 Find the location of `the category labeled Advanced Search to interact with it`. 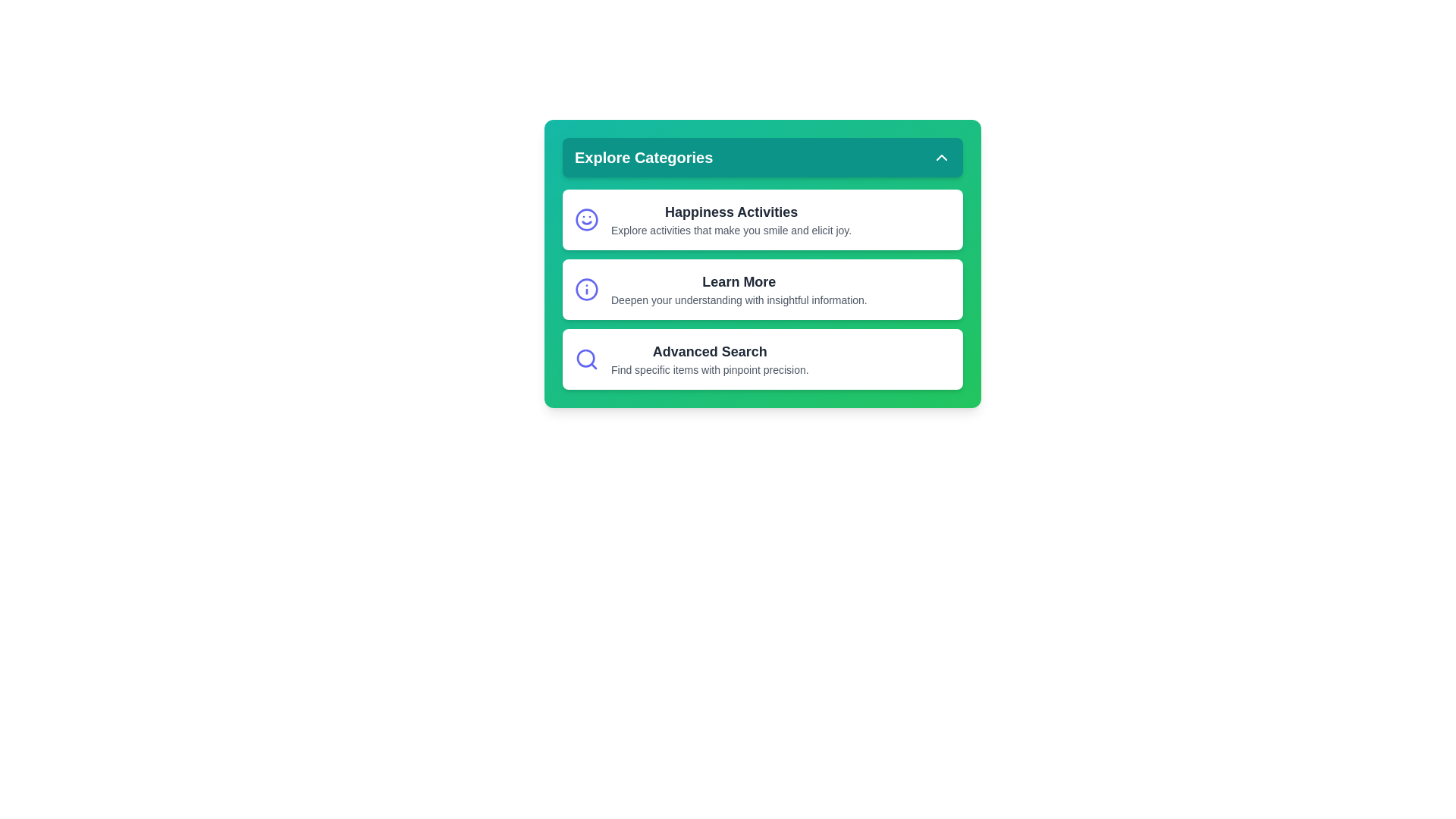

the category labeled Advanced Search to interact with it is located at coordinates (763, 359).